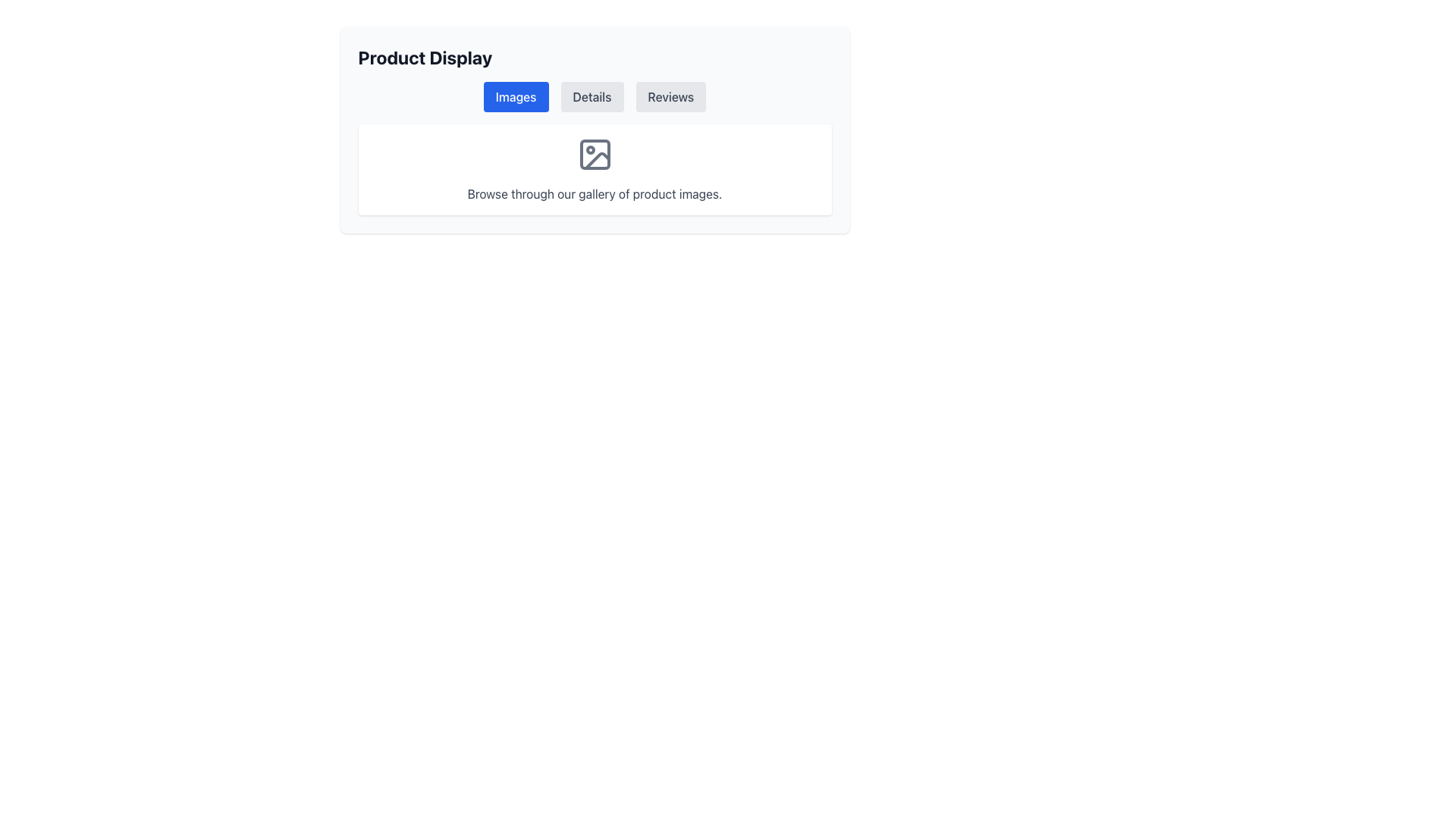 The image size is (1456, 819). I want to click on the 'Reviews' button, which is the third button from the left in a horizontal row of buttons with a gray background and dark gray text, so click(670, 96).